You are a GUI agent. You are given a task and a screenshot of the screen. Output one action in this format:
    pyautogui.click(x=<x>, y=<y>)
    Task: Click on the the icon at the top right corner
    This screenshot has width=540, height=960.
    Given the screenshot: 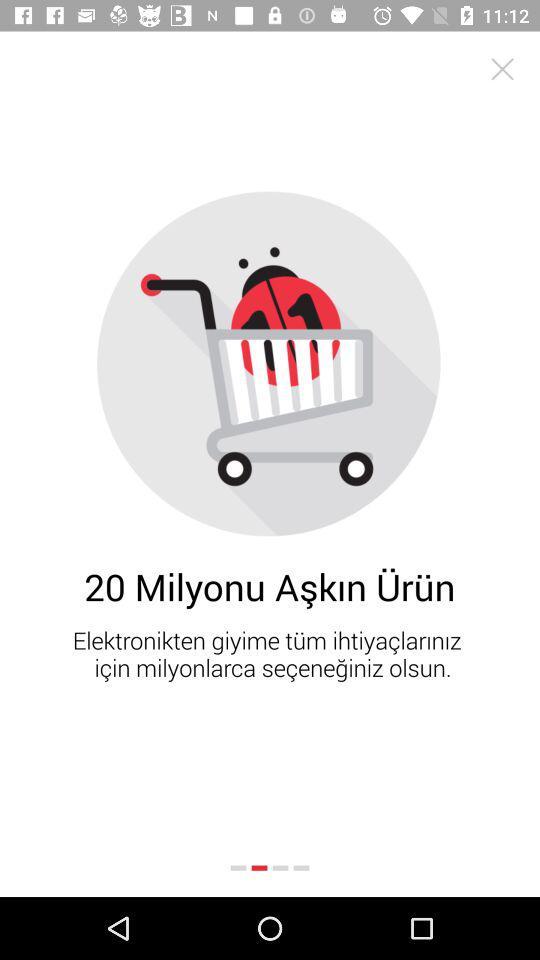 What is the action you would take?
    pyautogui.click(x=501, y=69)
    